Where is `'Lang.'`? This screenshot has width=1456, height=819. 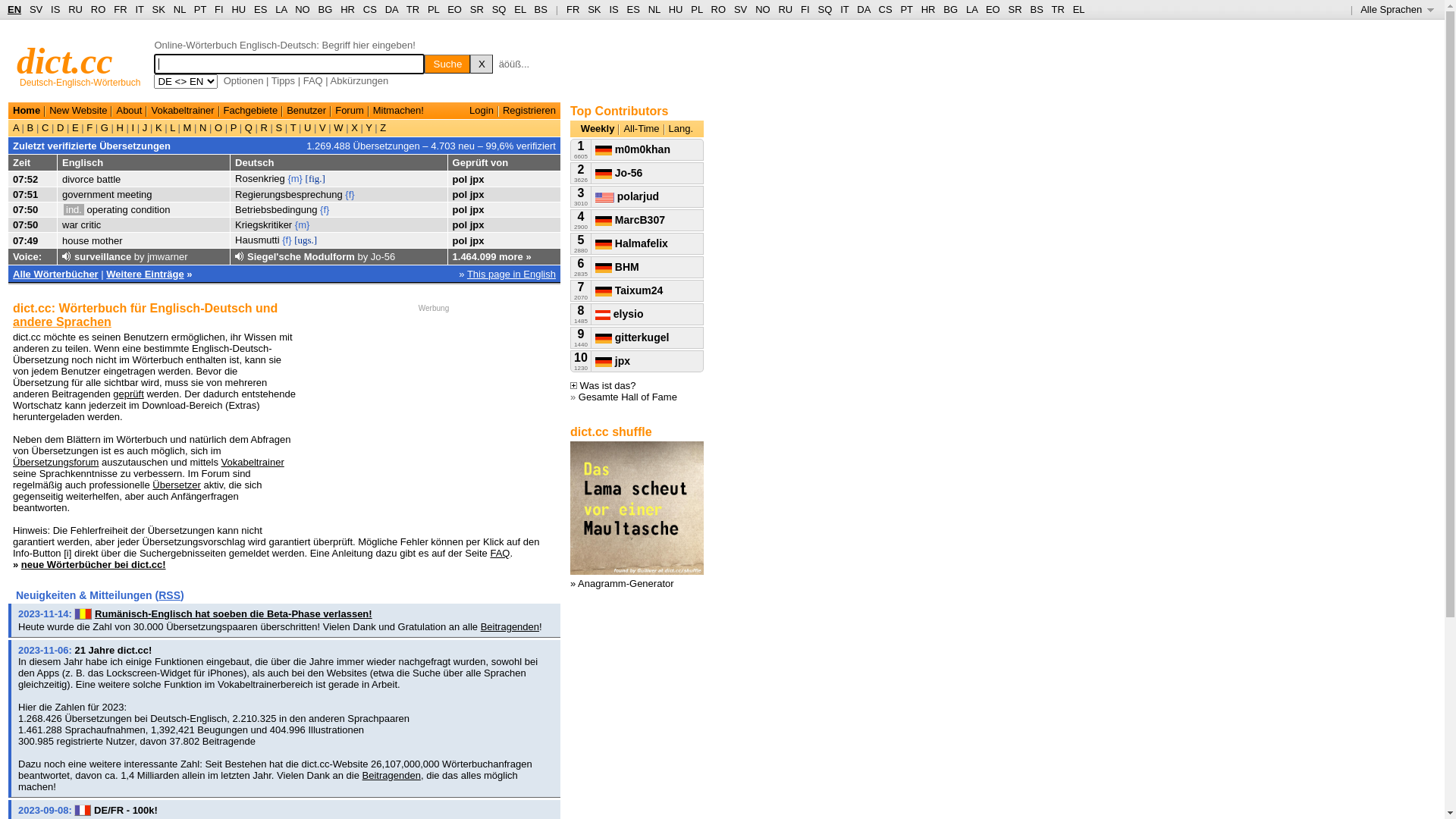 'Lang.' is located at coordinates (680, 127).